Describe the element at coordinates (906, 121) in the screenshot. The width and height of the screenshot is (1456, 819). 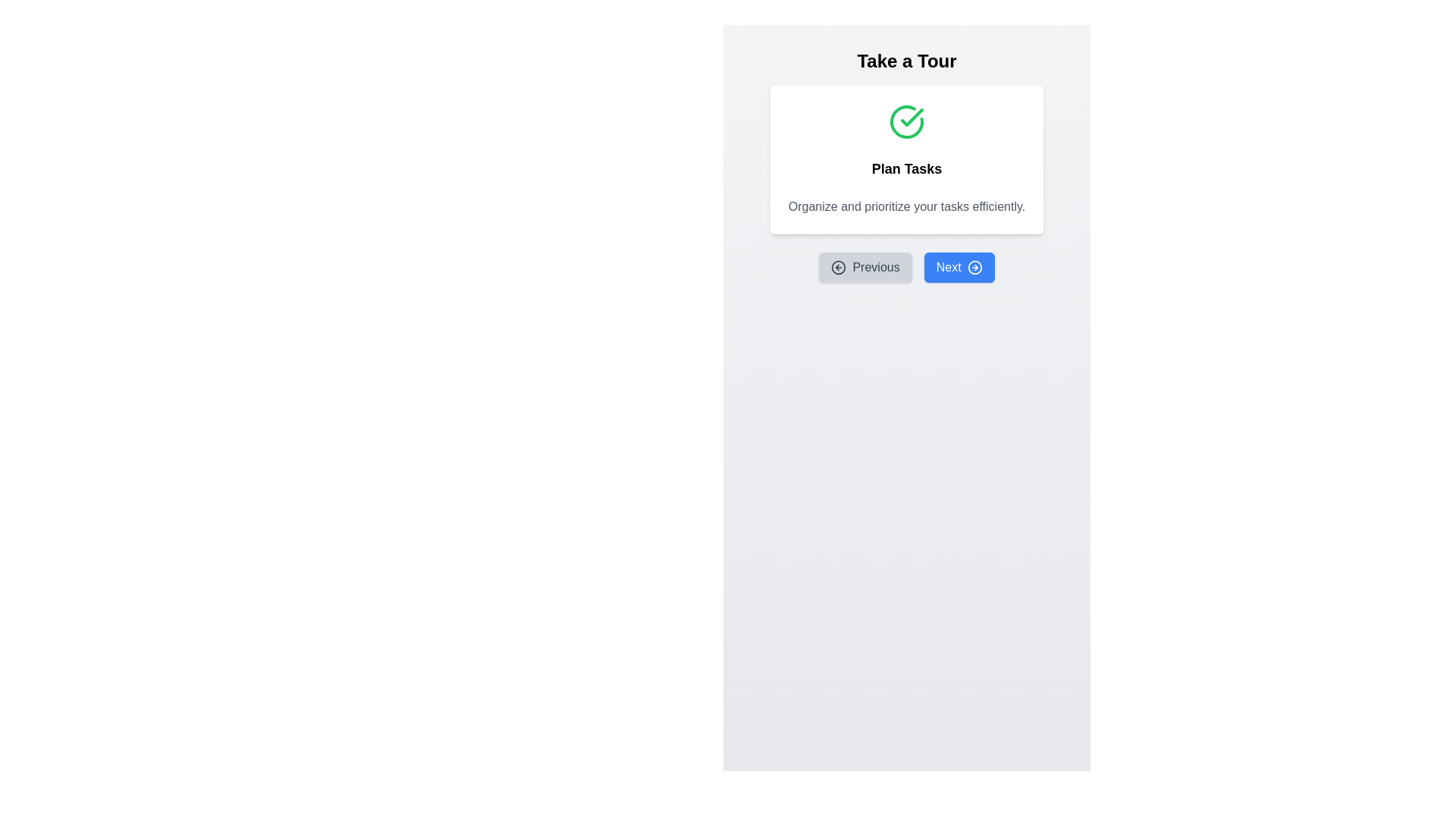
I see `the green circular icon with a checkmark located at the top of the 'Plan Tasks' card` at that location.